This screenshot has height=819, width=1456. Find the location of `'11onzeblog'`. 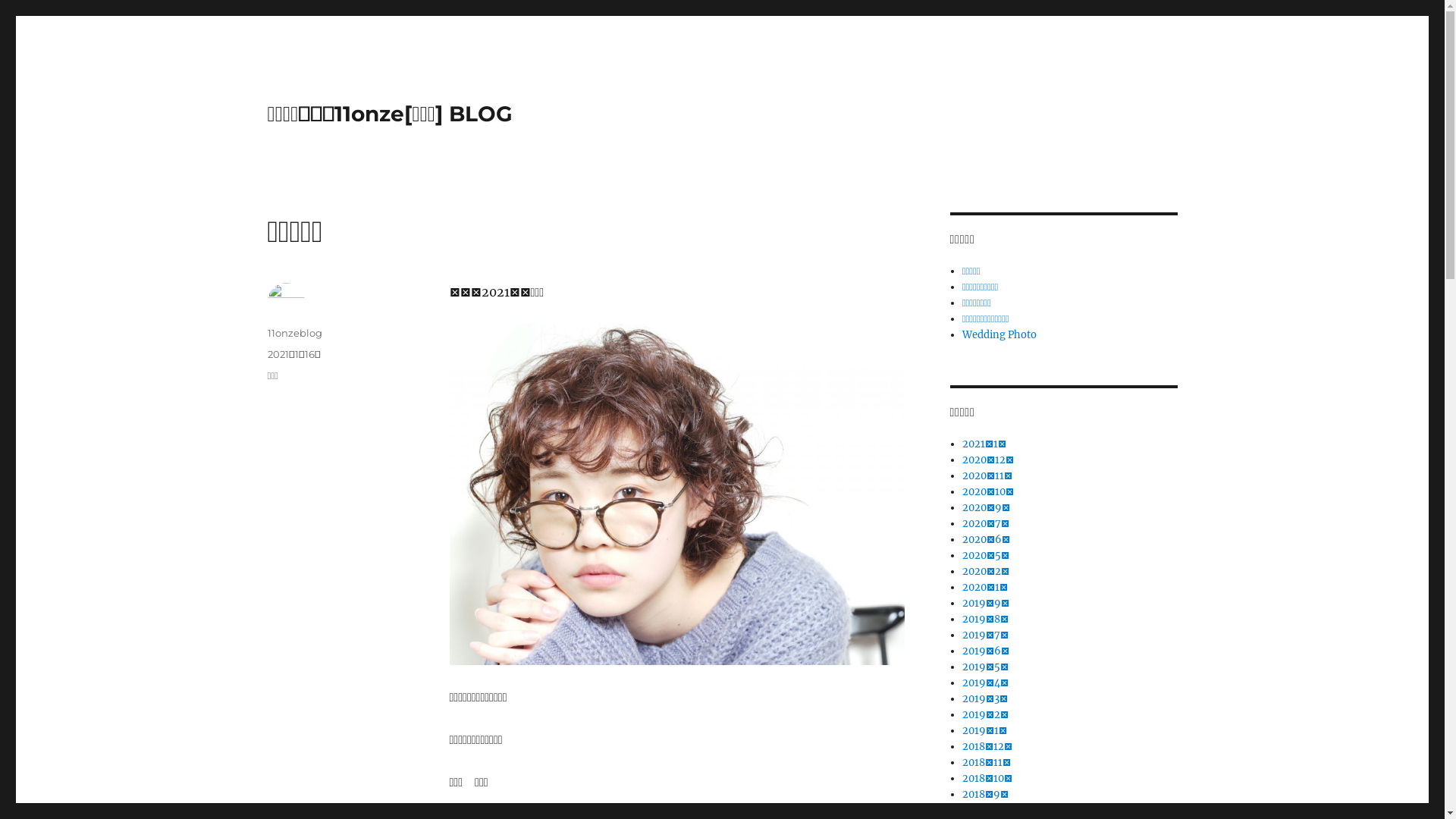

'11onzeblog' is located at coordinates (266, 332).